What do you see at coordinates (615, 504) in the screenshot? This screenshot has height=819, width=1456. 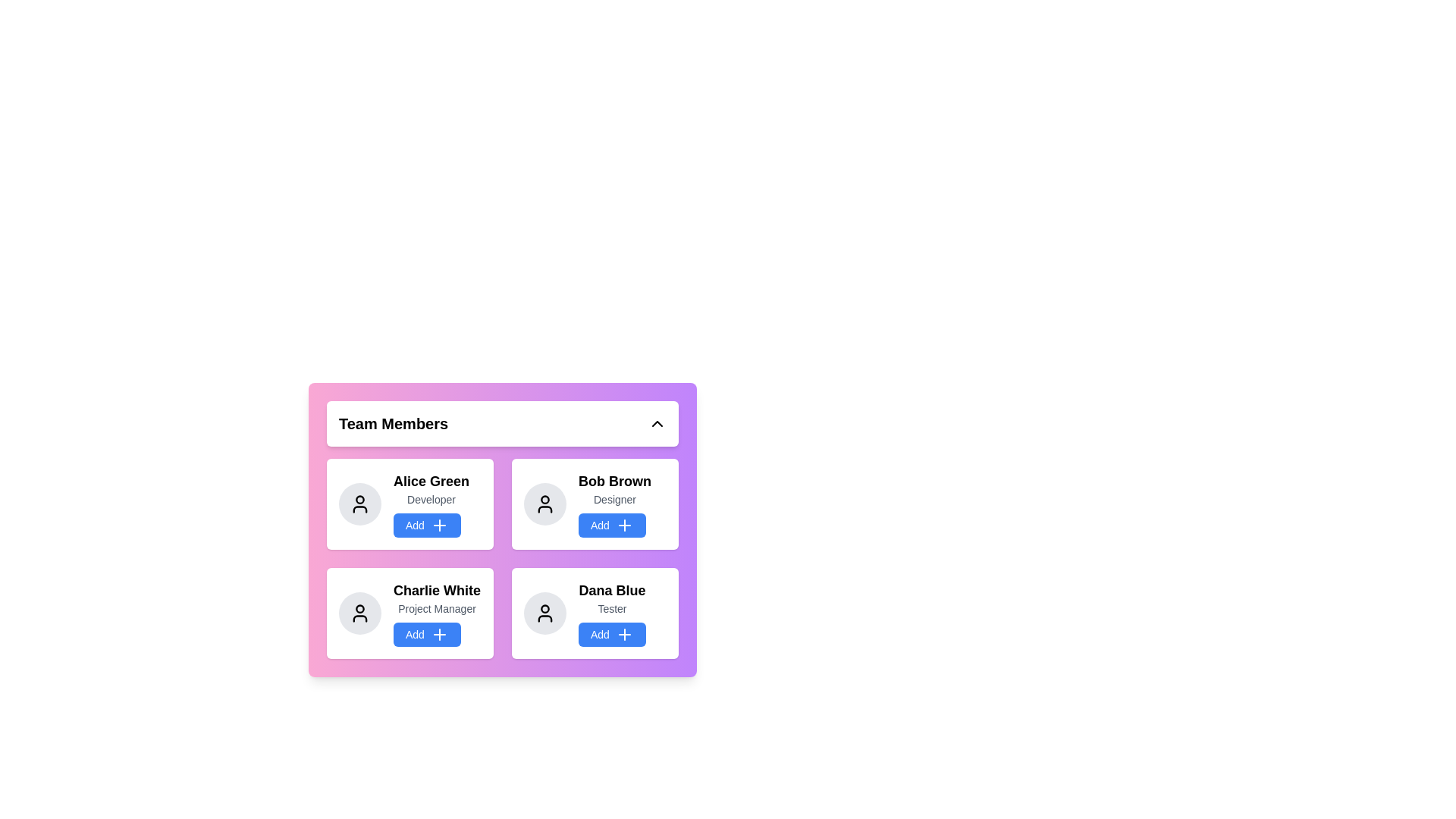 I see `the 'Add' button on the card containing 'Bob Brown', which is located at the top-right of the grid layout` at bounding box center [615, 504].